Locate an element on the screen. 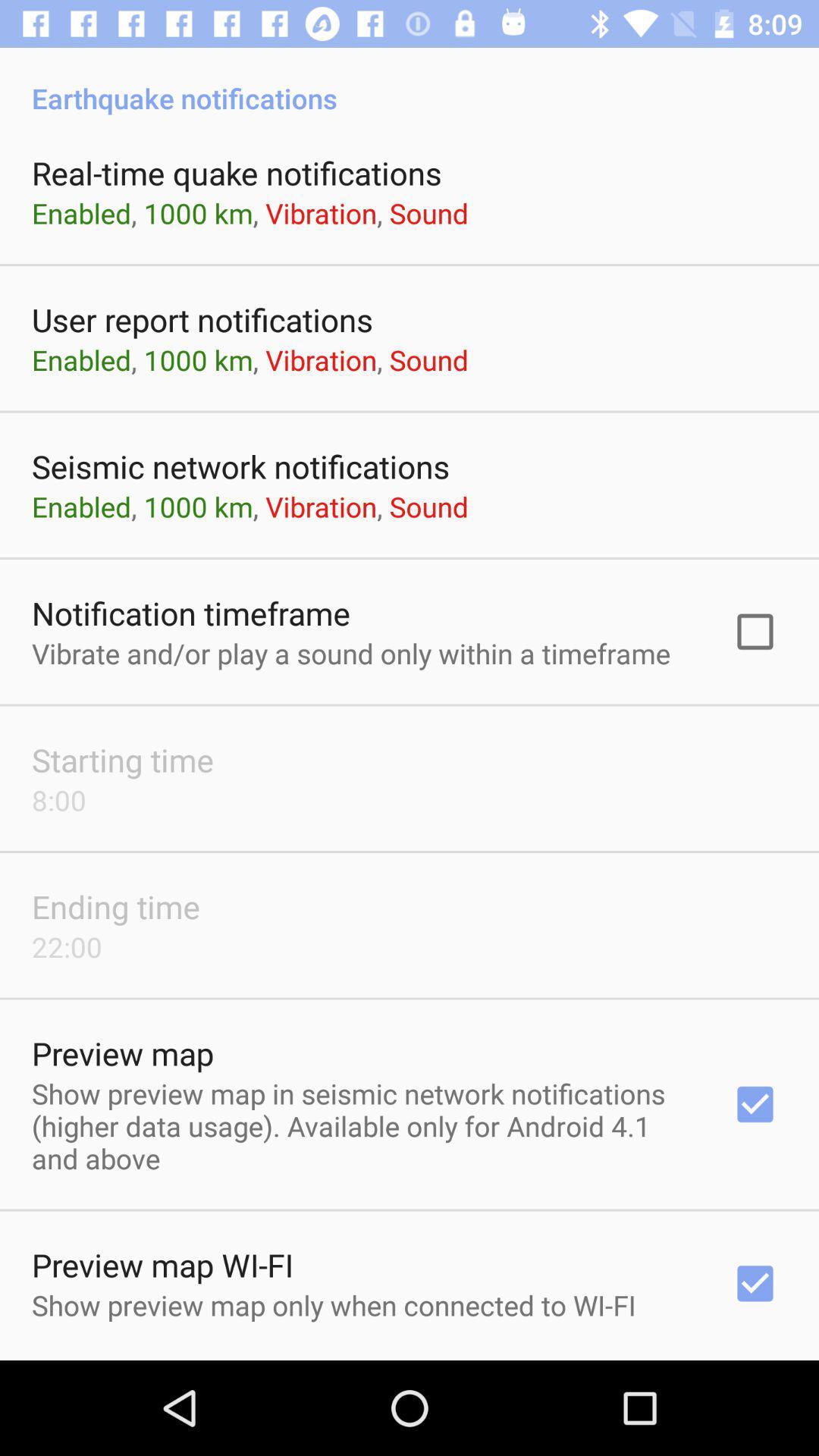  app above the 22:00 is located at coordinates (115, 906).